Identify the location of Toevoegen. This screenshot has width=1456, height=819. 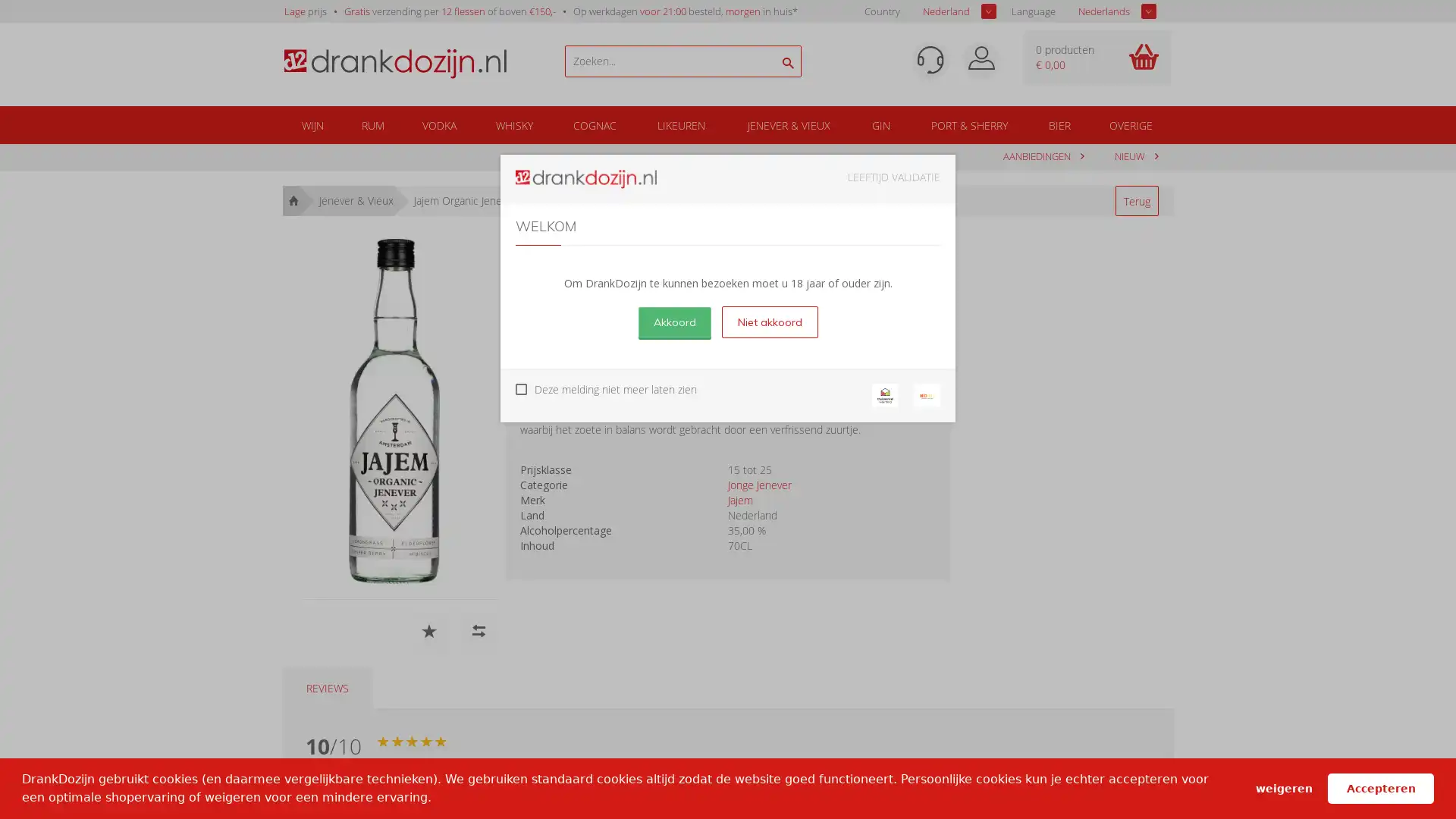
(870, 327).